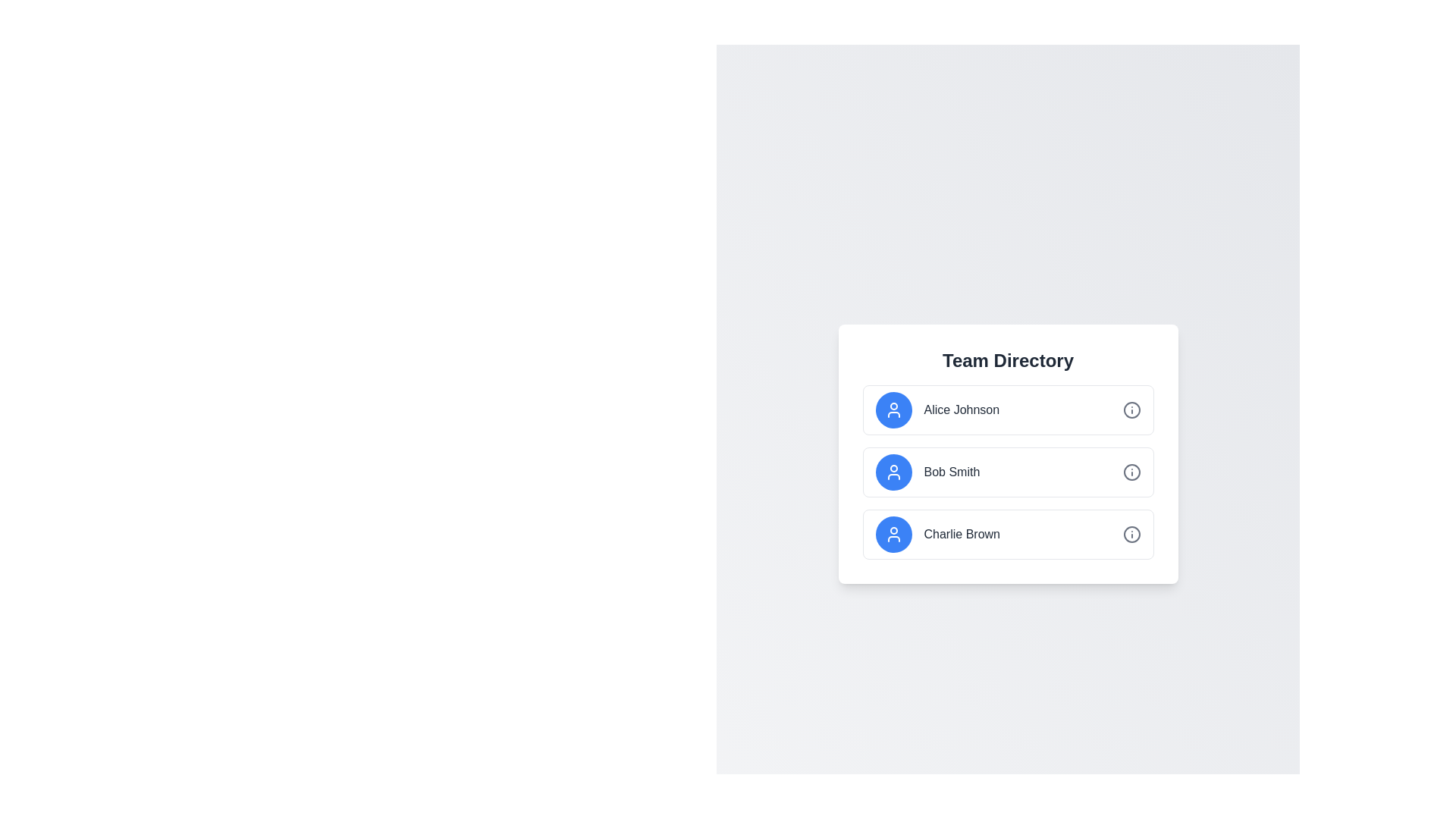 The width and height of the screenshot is (1456, 819). What do you see at coordinates (1008, 472) in the screenshot?
I see `the List item displaying team member information for 'Bob Smith' located in the 'Team Directory' panel, which is the second item in the vertical list` at bounding box center [1008, 472].